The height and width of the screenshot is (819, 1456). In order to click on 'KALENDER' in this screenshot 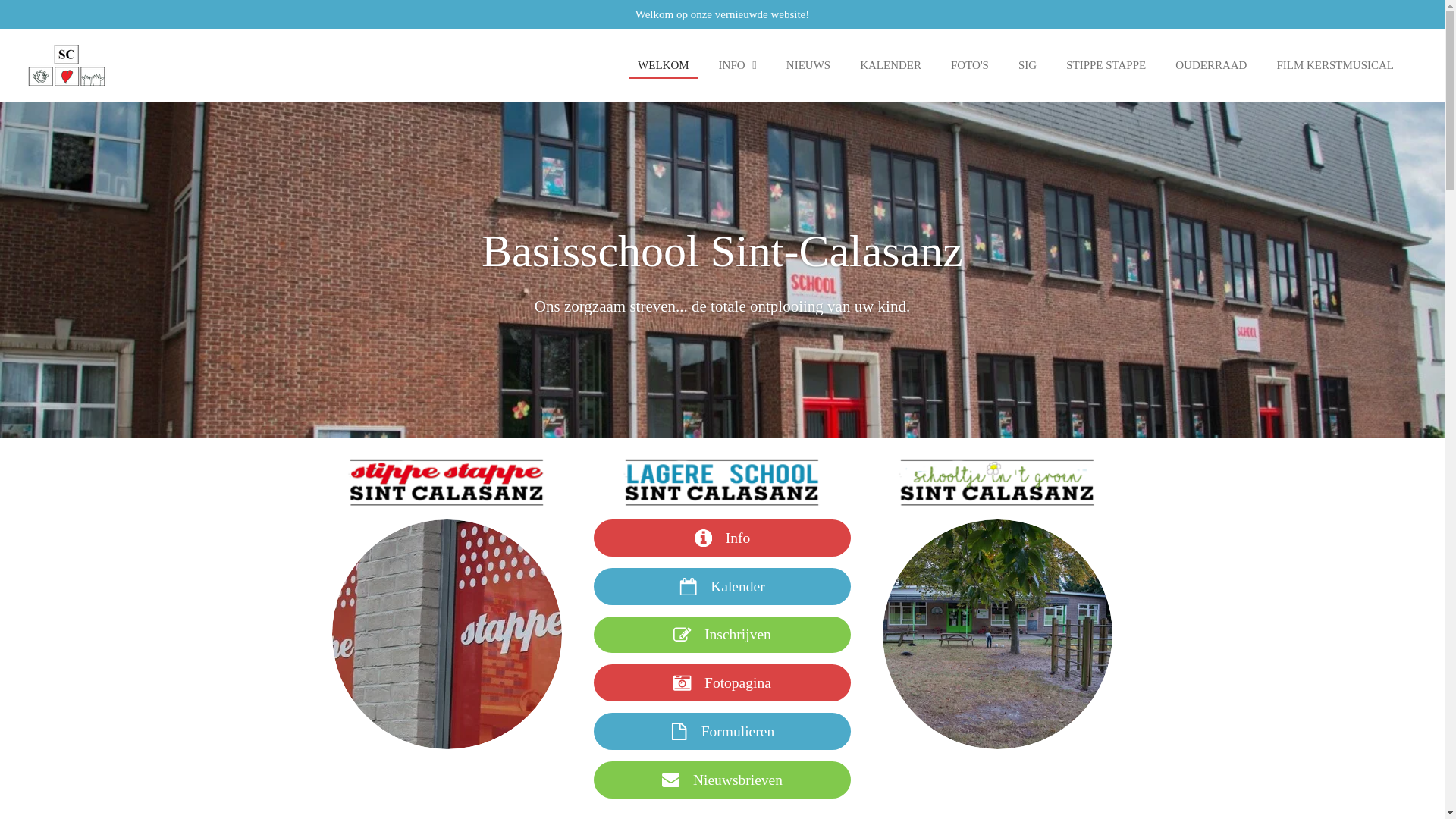, I will do `click(851, 64)`.